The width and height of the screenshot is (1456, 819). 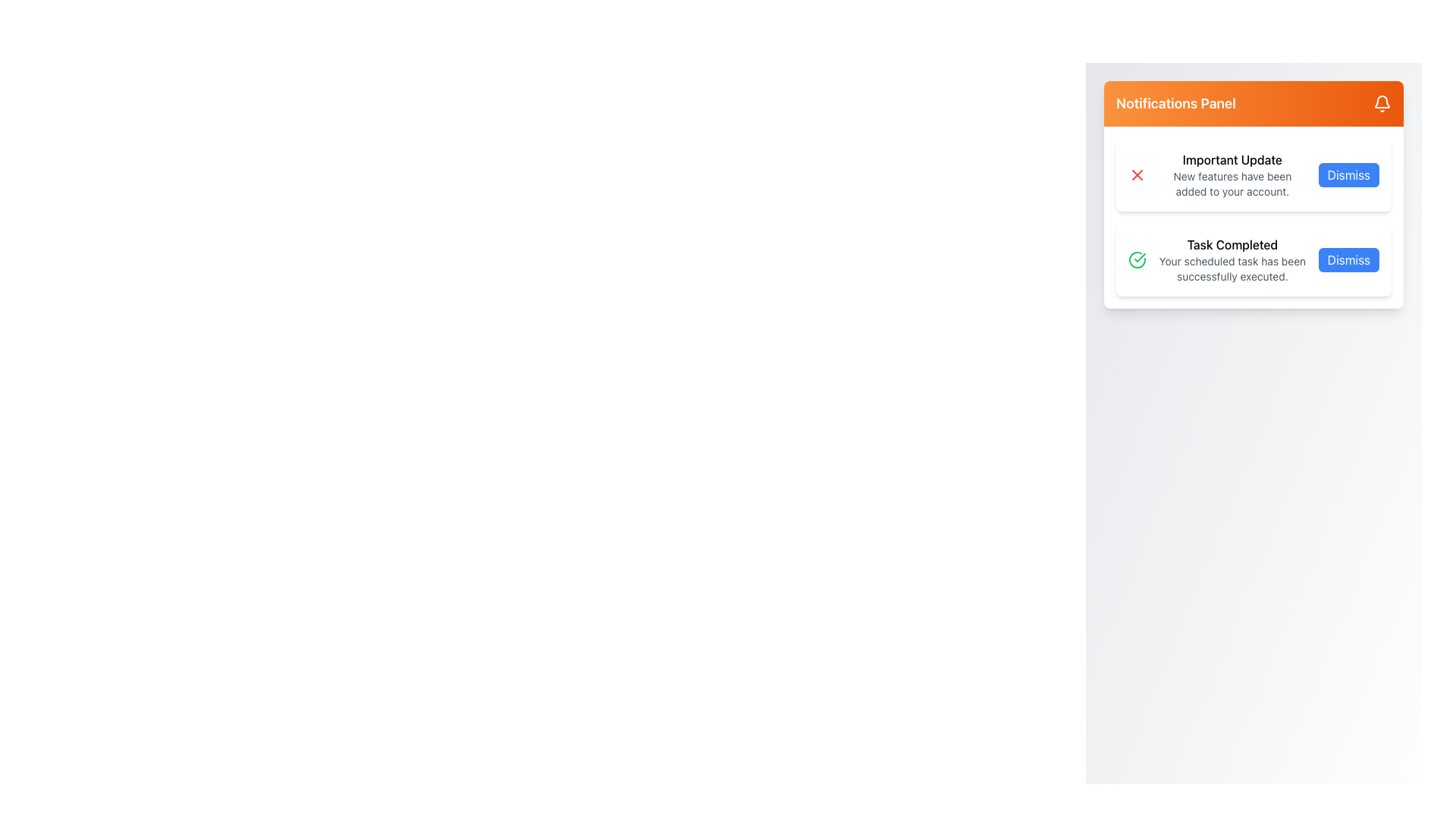 What do you see at coordinates (1140, 256) in the screenshot?
I see `the checkmark icon within the green circular icon located in the bottom notification titled 'Task Completed'` at bounding box center [1140, 256].